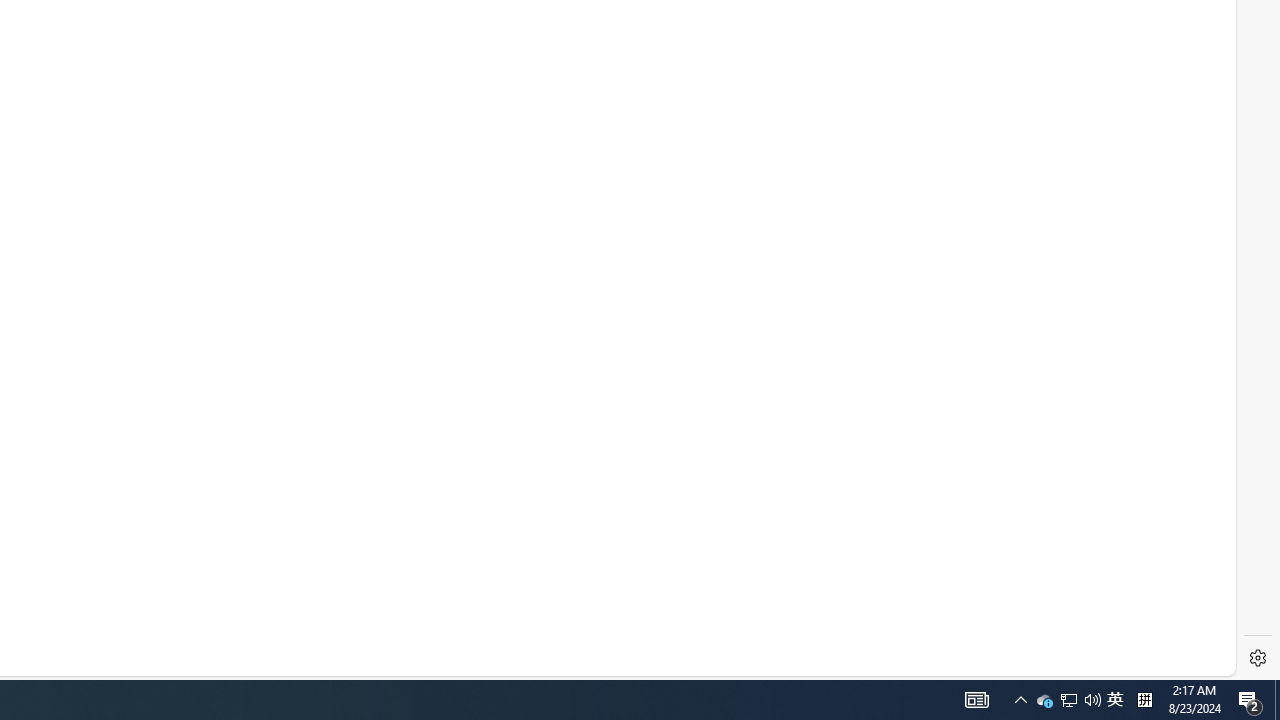  Describe the element at coordinates (1257, 658) in the screenshot. I see `'Settings'` at that location.